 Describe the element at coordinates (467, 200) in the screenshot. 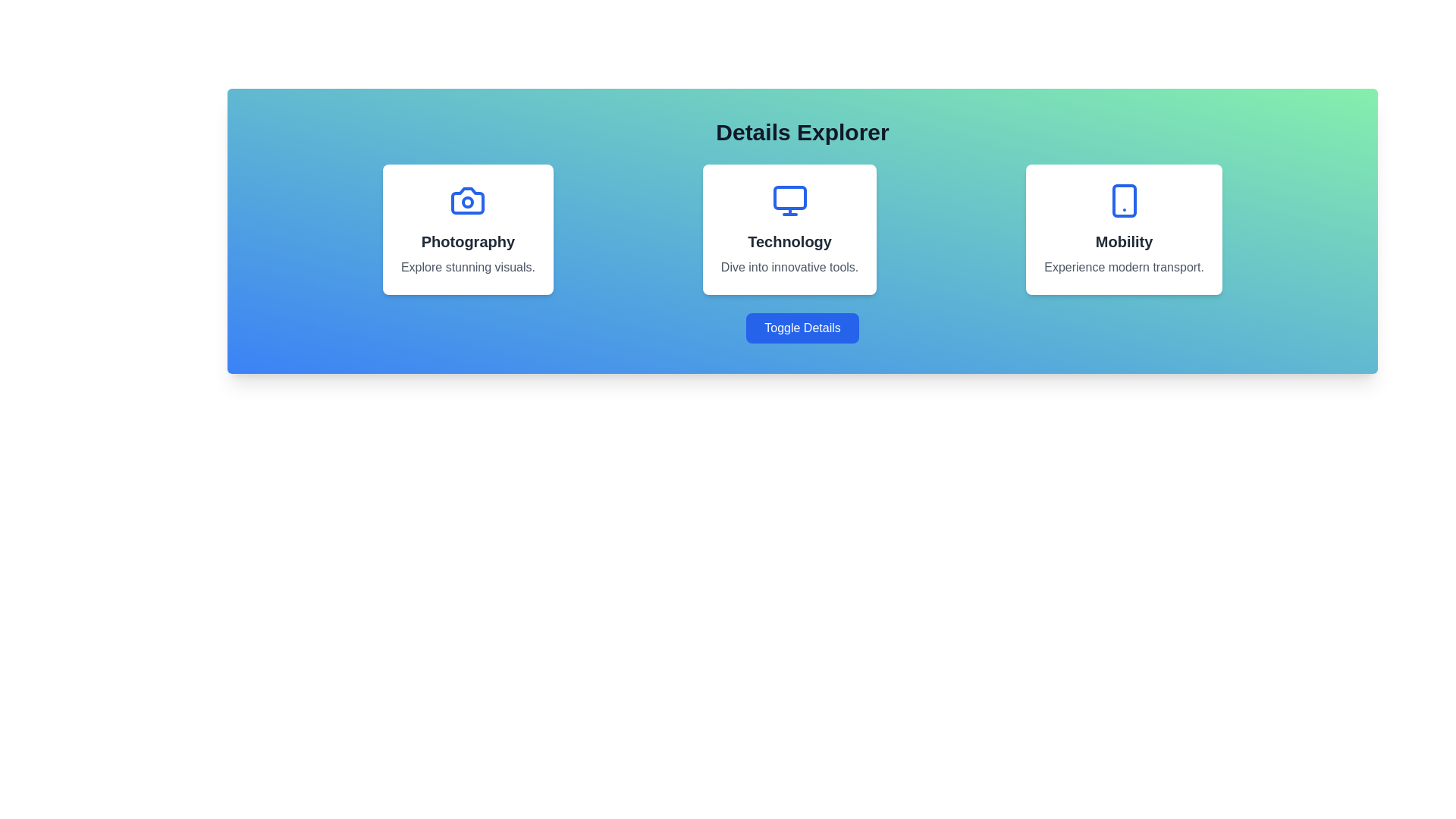

I see `the blue camera icon located centrally above the title 'Photography' within the leftmost card labeled 'Photography'` at that location.